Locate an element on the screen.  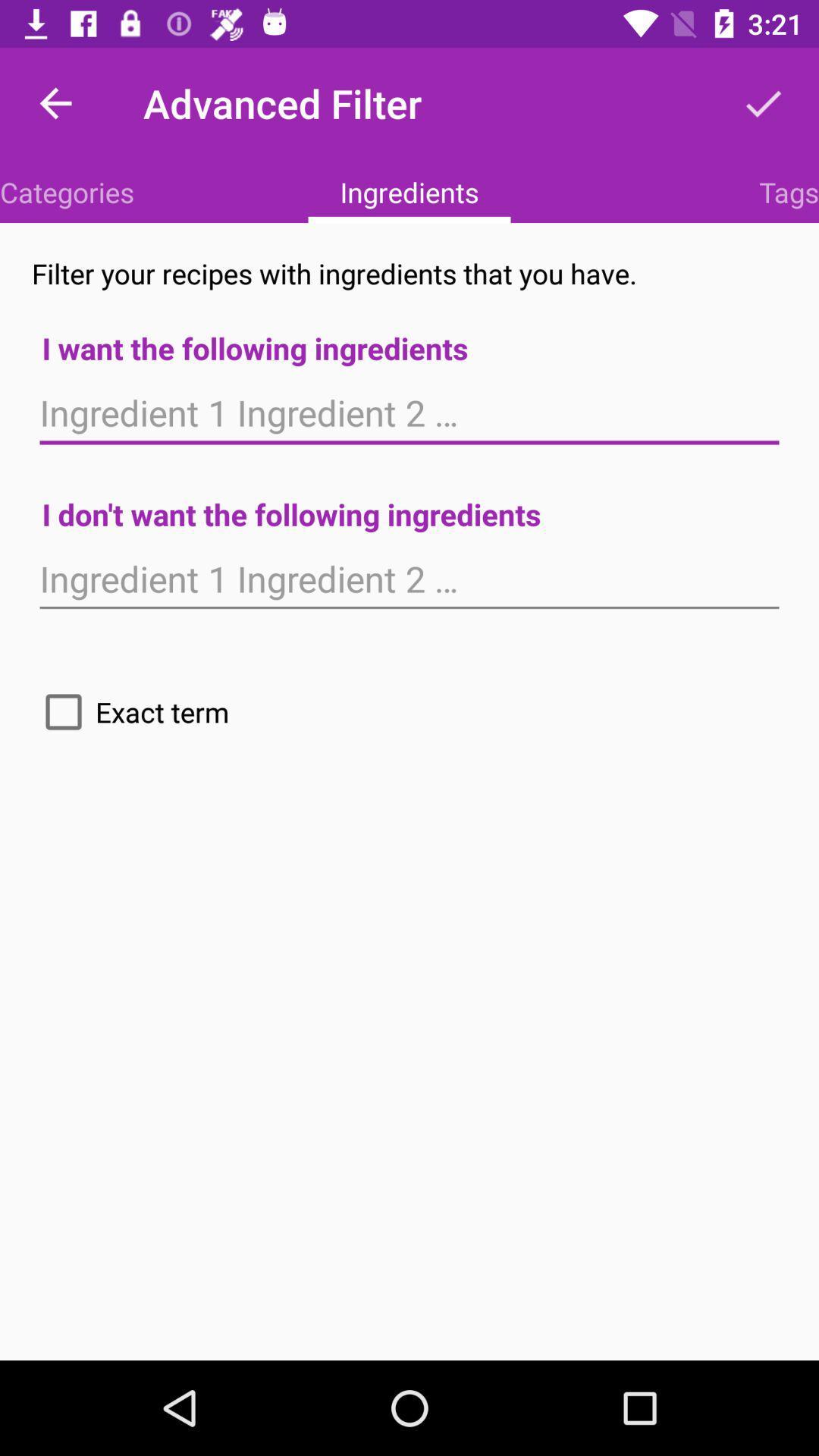
the item to the right of the ingredients is located at coordinates (788, 191).